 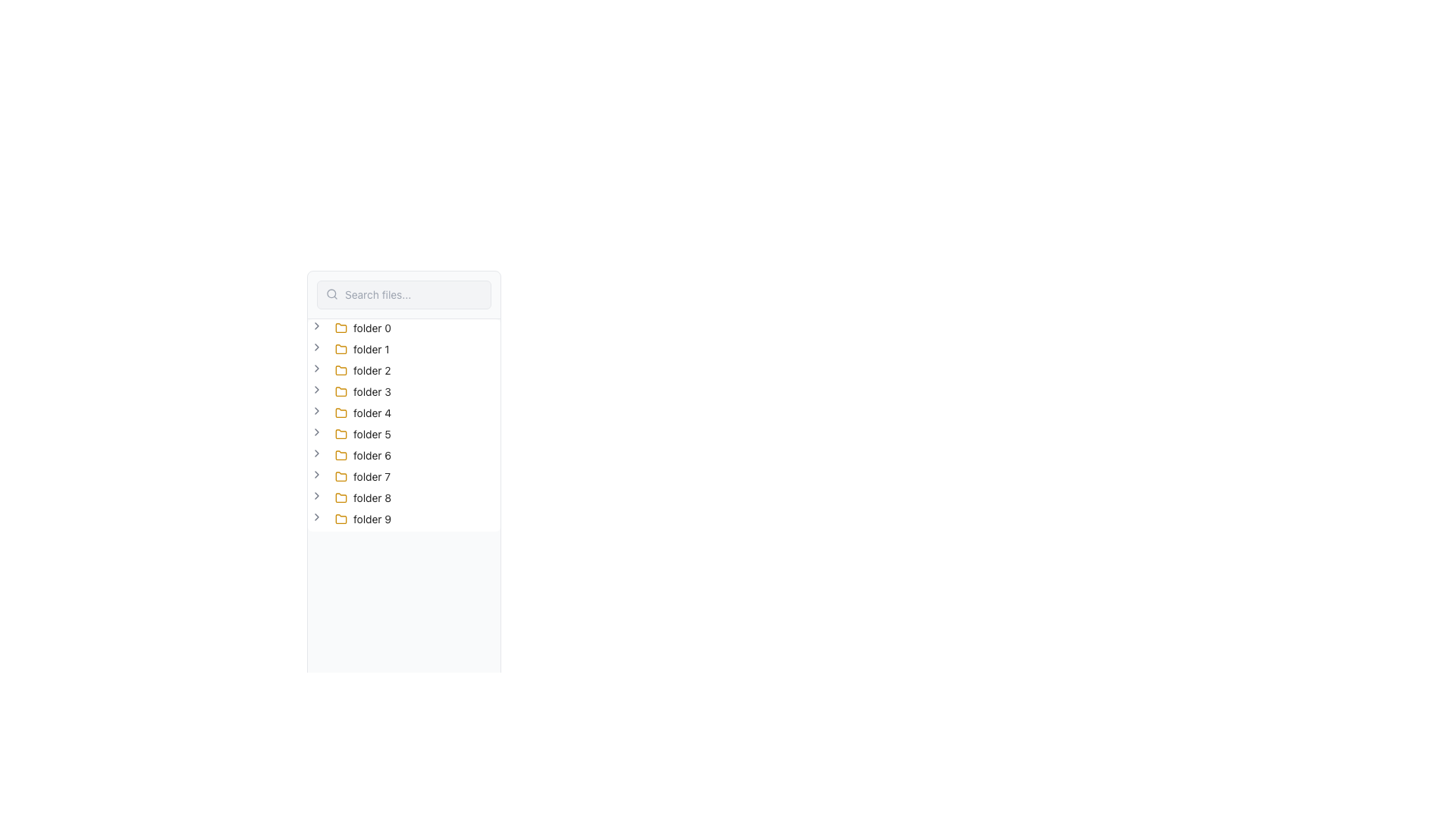 I want to click on the toggle button (chevron icon) located to the left of the 'folder 0' label, so click(x=315, y=327).